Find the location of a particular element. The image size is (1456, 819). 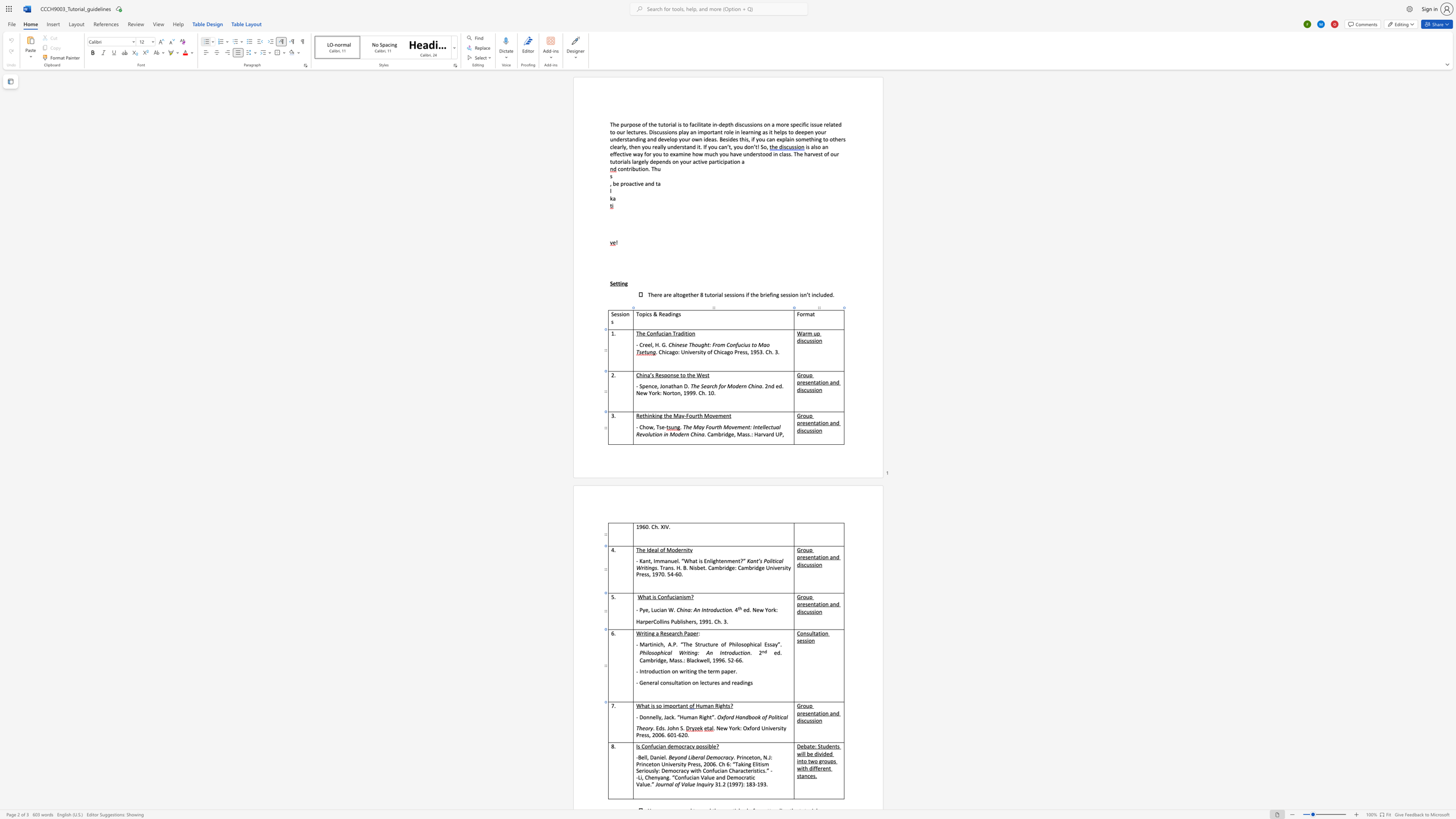

the 1th character "H" in the text is located at coordinates (697, 705).